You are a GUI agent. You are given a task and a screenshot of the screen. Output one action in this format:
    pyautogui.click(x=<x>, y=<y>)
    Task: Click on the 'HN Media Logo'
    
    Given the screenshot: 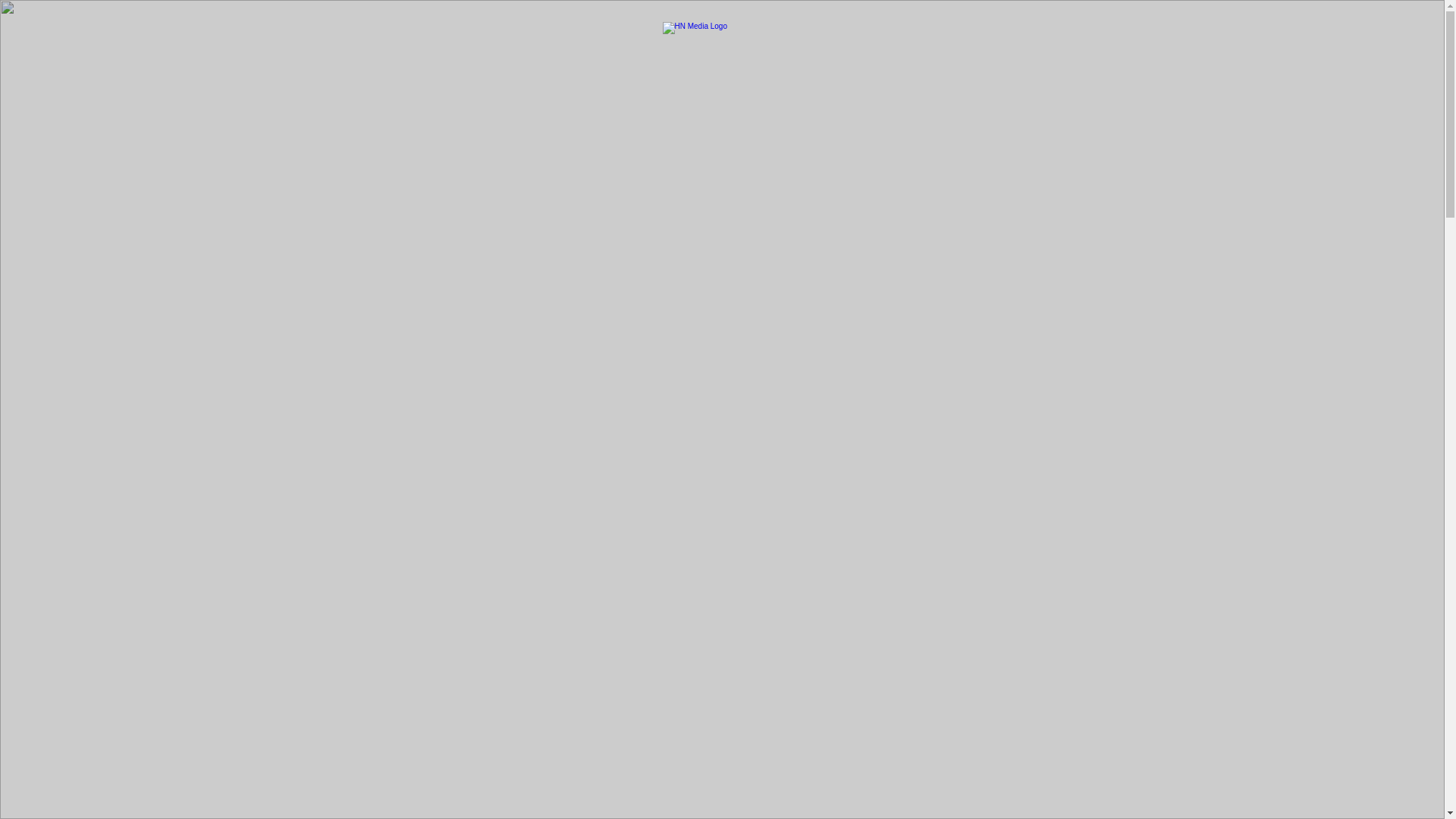 What is the action you would take?
    pyautogui.click(x=721, y=36)
    